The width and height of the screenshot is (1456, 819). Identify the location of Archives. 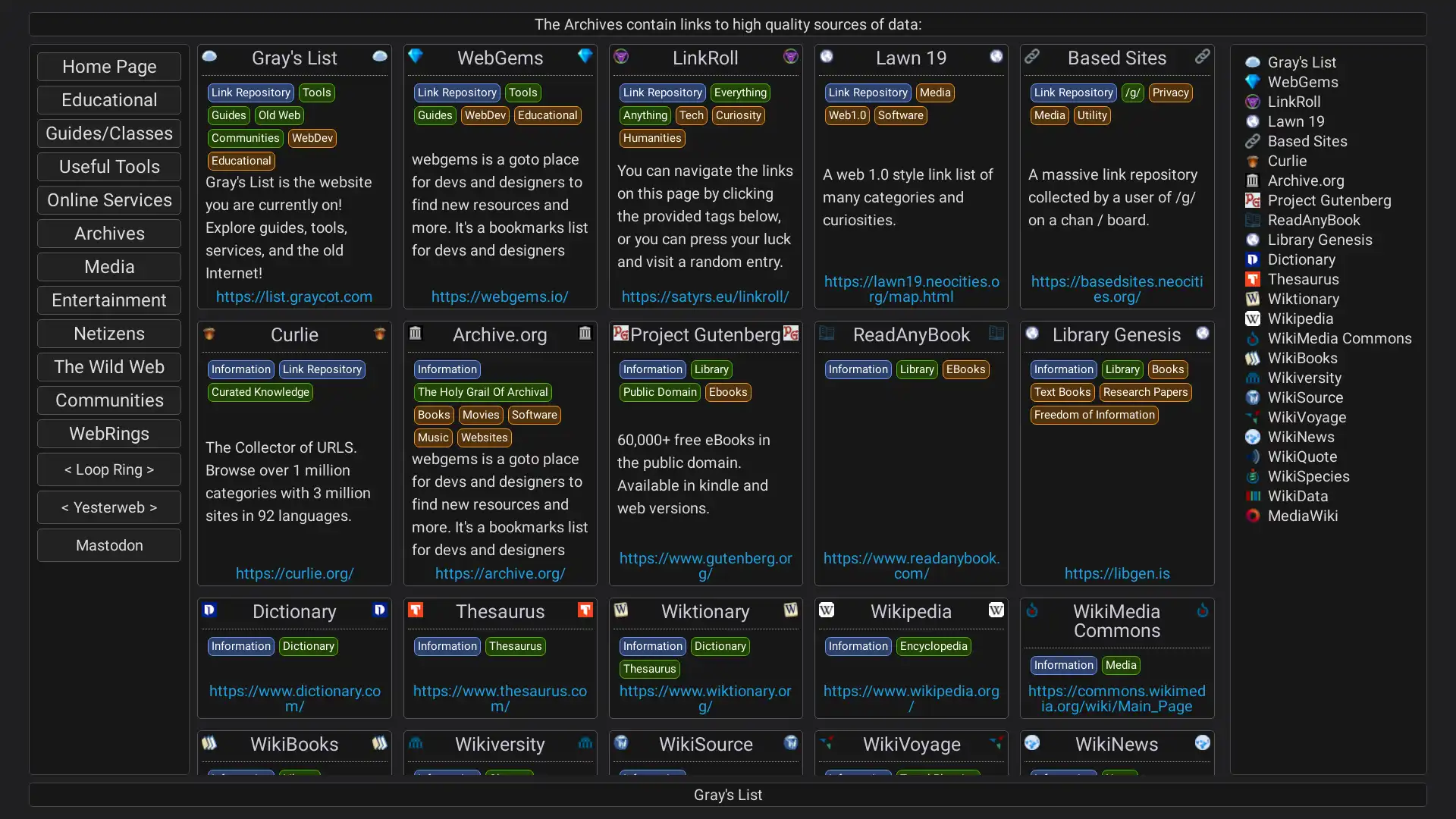
(108, 234).